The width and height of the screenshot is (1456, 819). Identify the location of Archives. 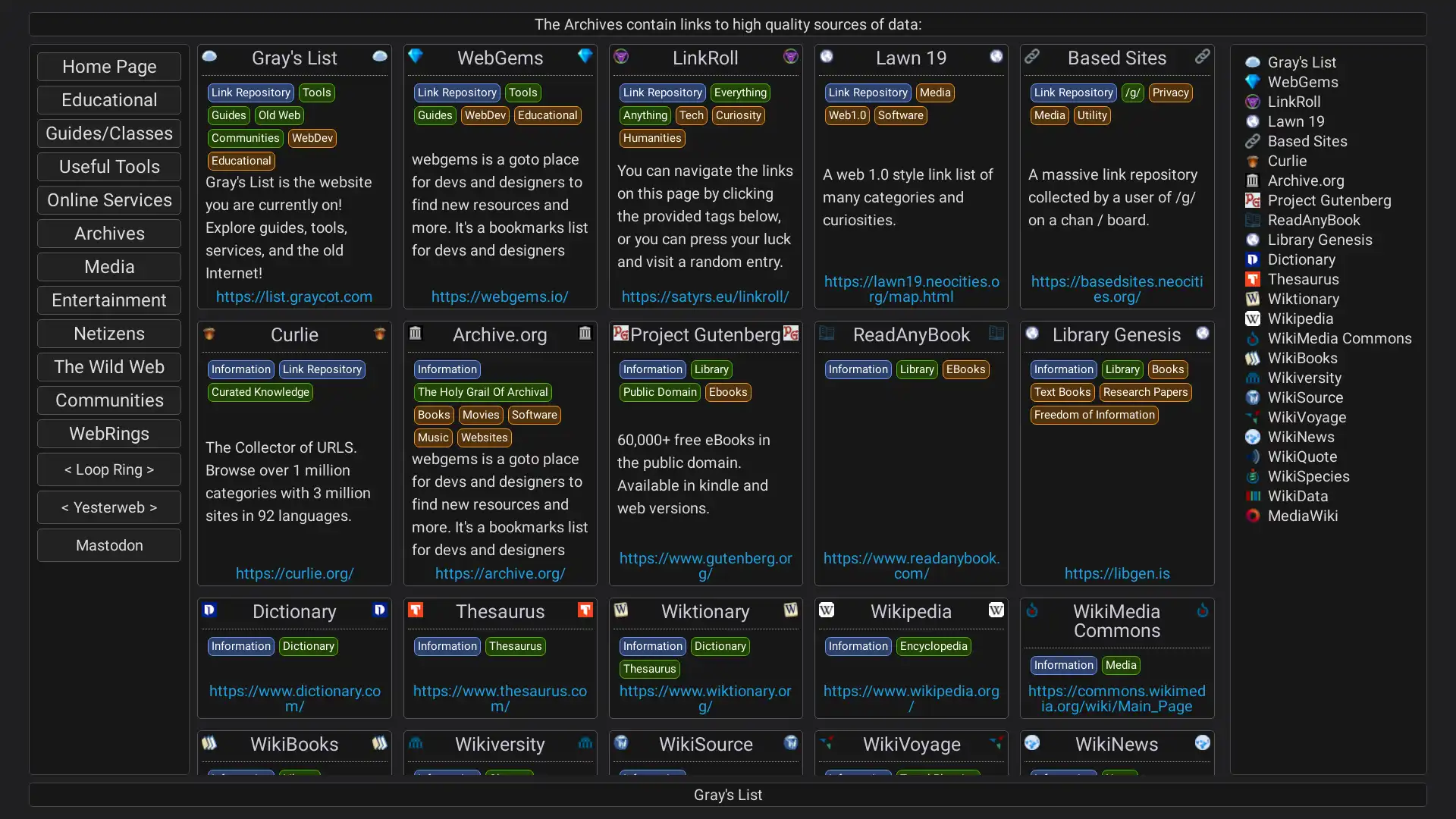
(108, 234).